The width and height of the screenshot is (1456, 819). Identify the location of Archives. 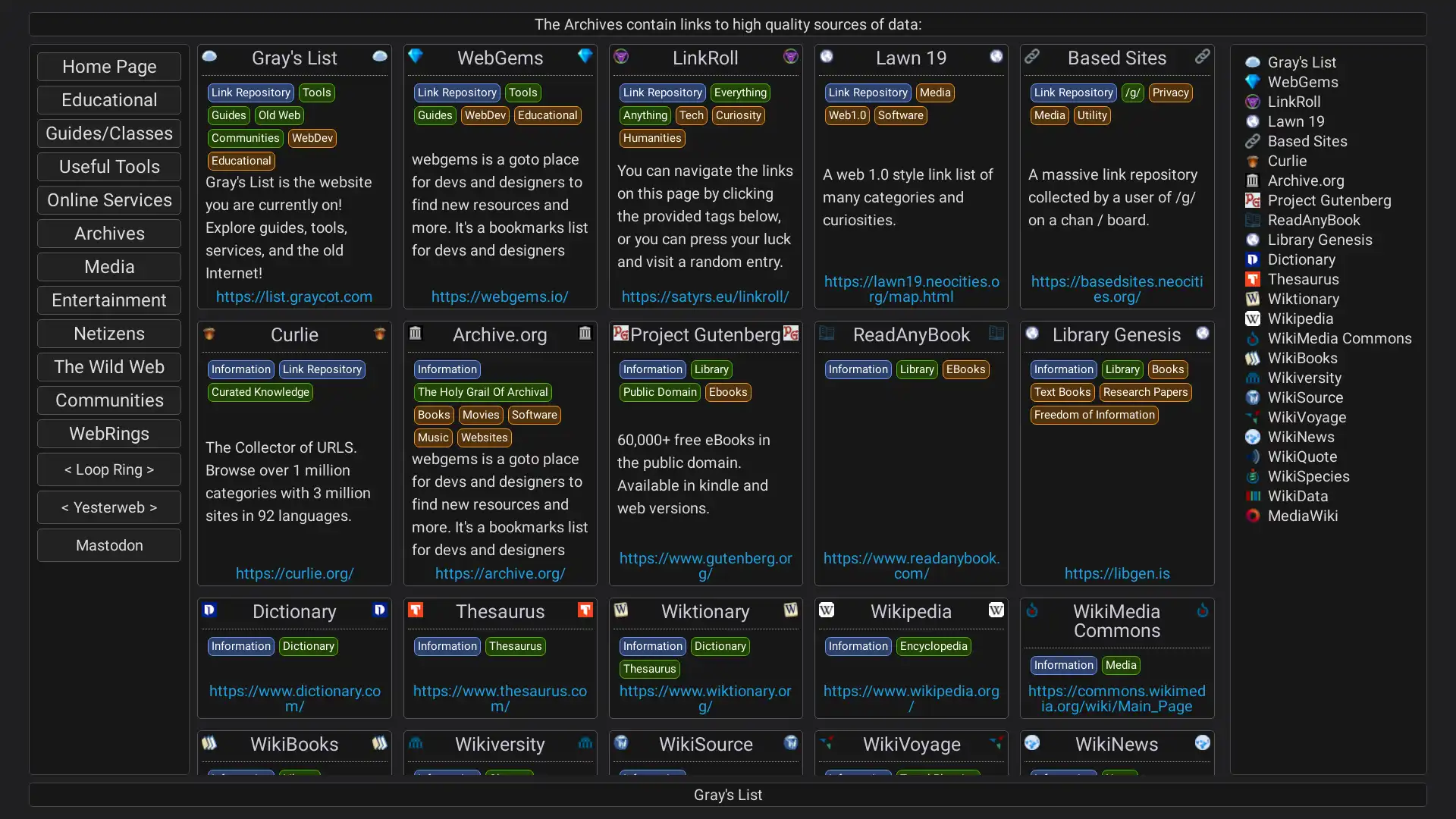
(108, 234).